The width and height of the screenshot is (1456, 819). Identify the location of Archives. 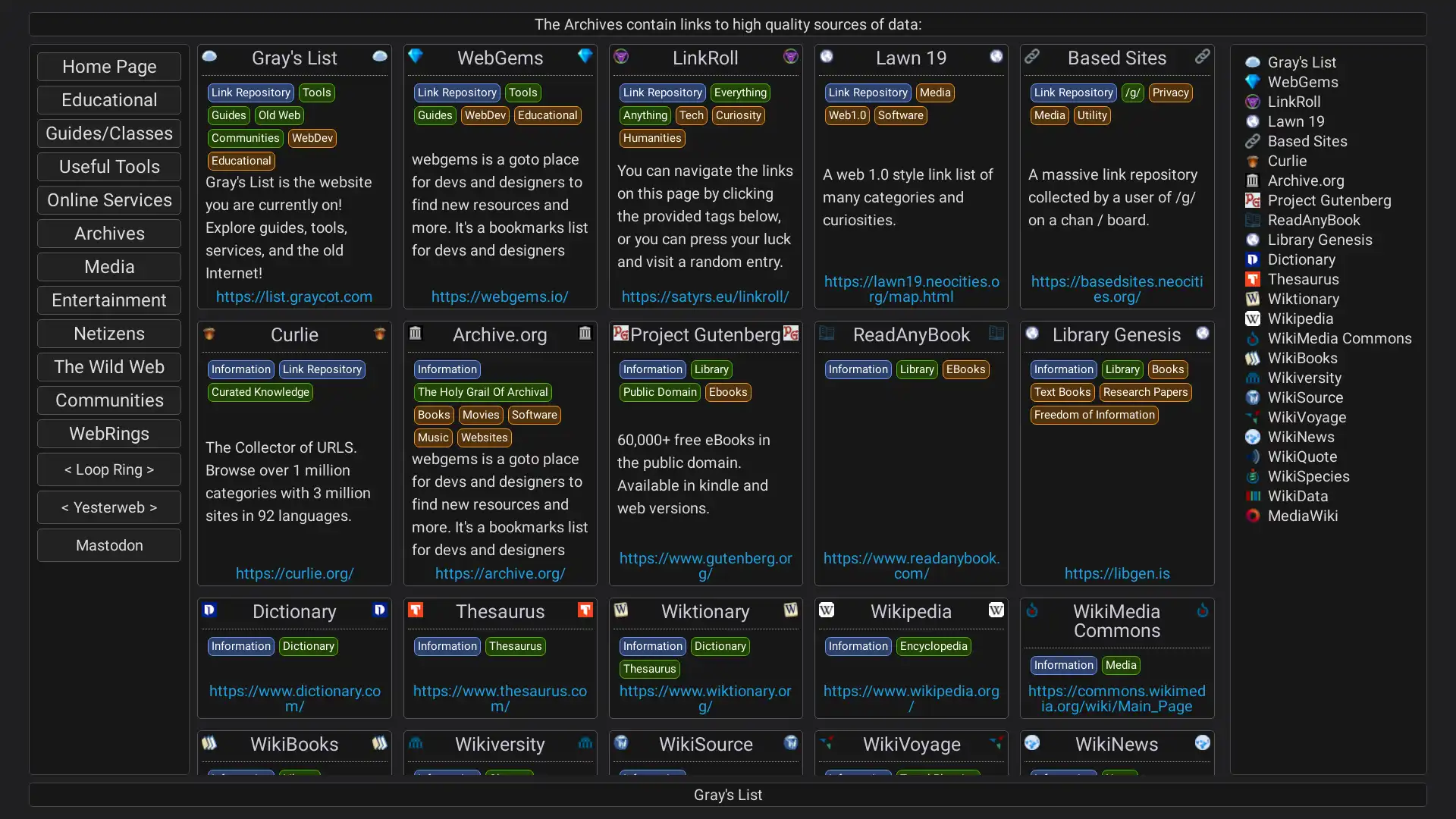
(108, 234).